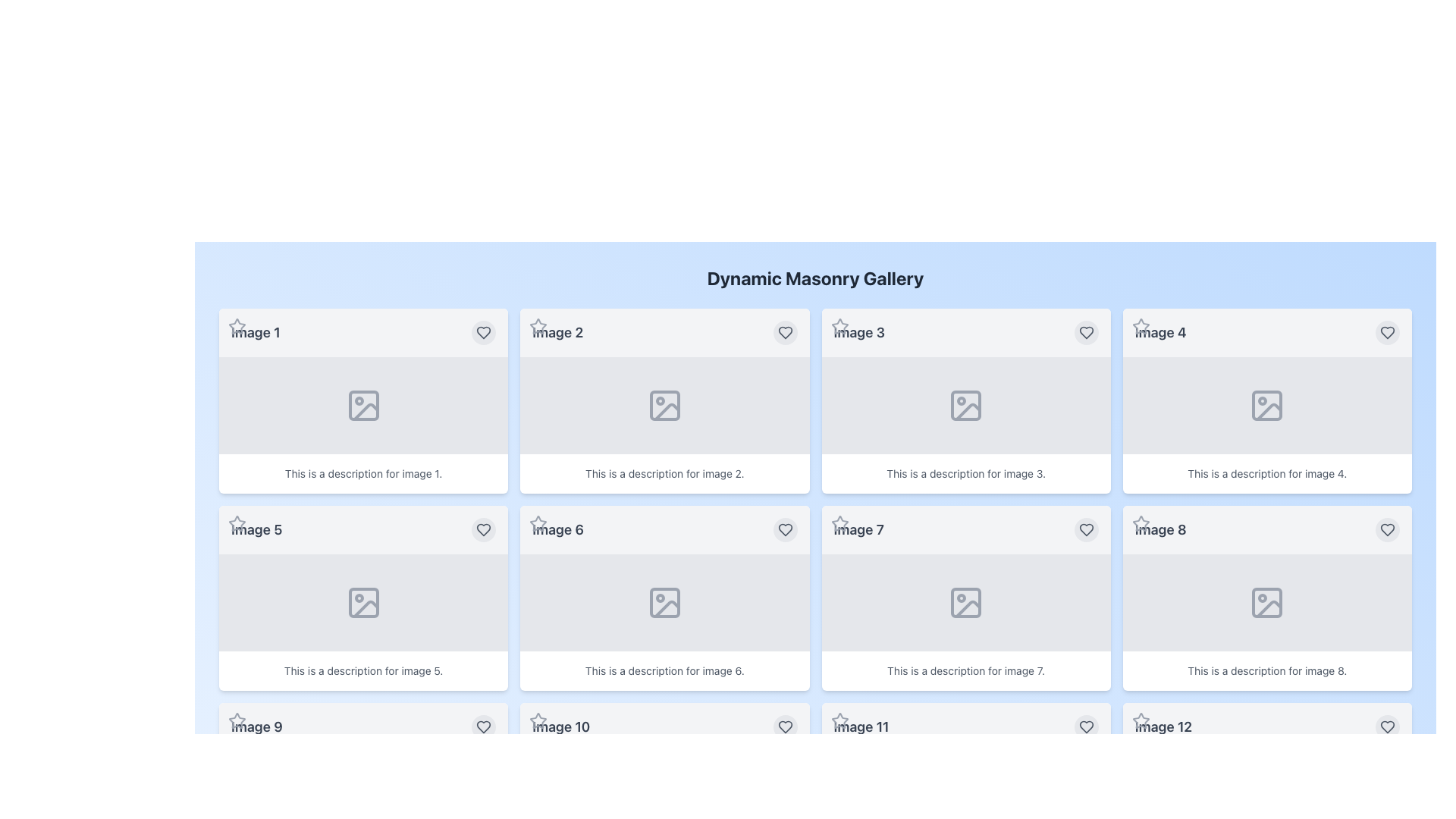 The image size is (1456, 819). Describe the element at coordinates (1141, 325) in the screenshot. I see `the star icon located to the left of the title text in the card labeled 'Image 4' to mark the item as a favorite` at that location.